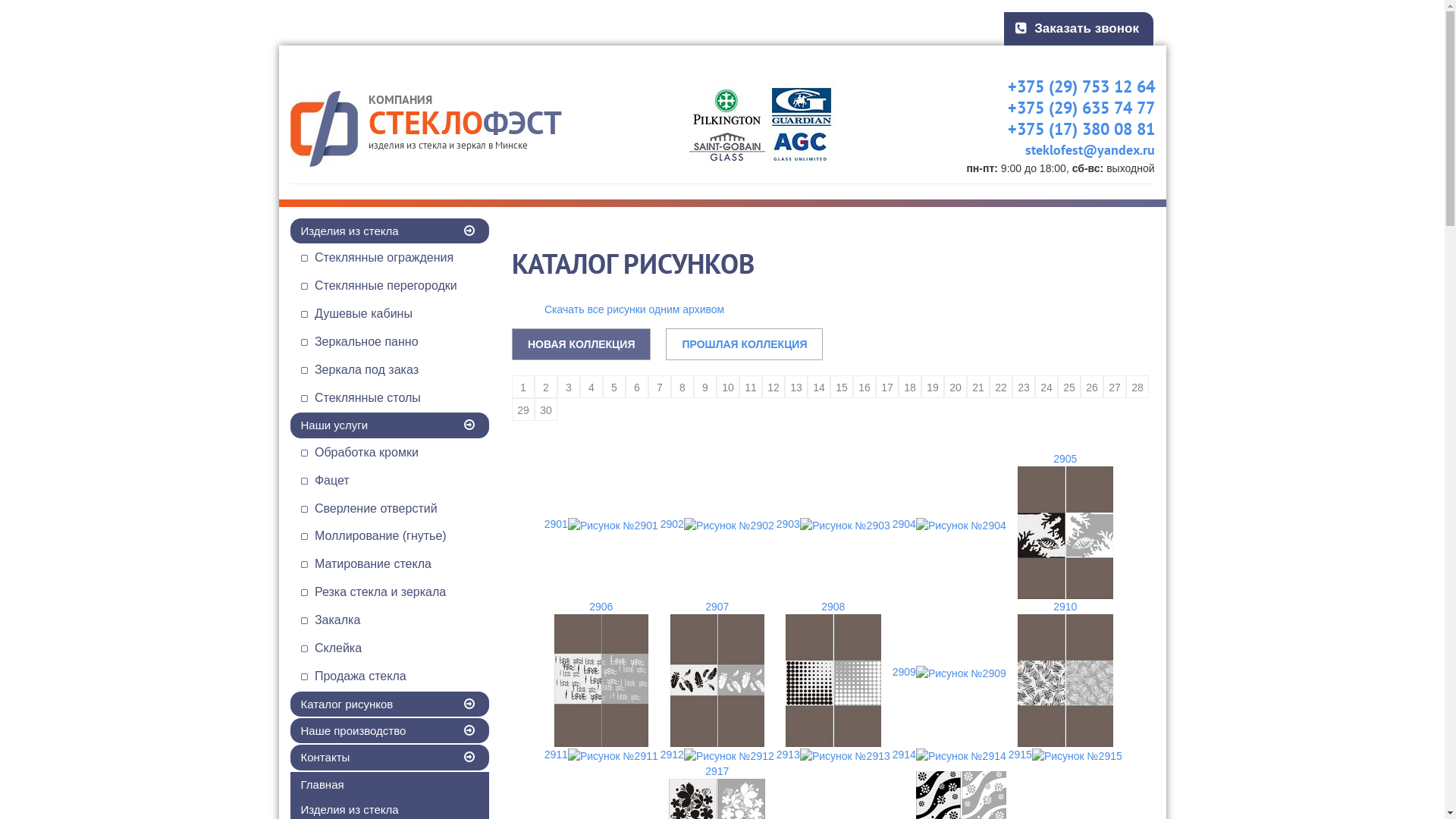  I want to click on '2904', so click(891, 523).